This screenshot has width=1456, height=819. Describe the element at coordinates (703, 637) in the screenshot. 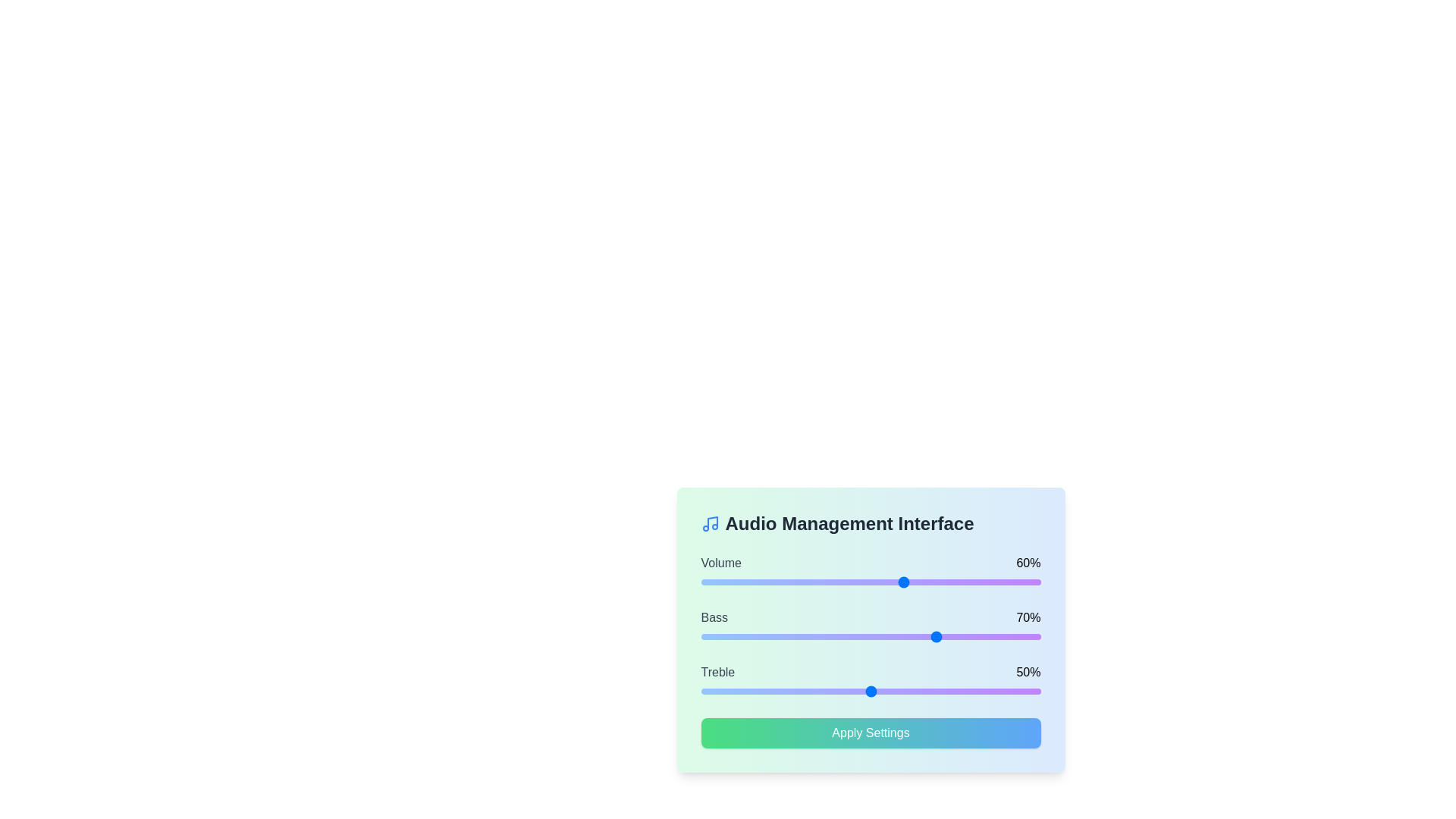

I see `the slider` at that location.